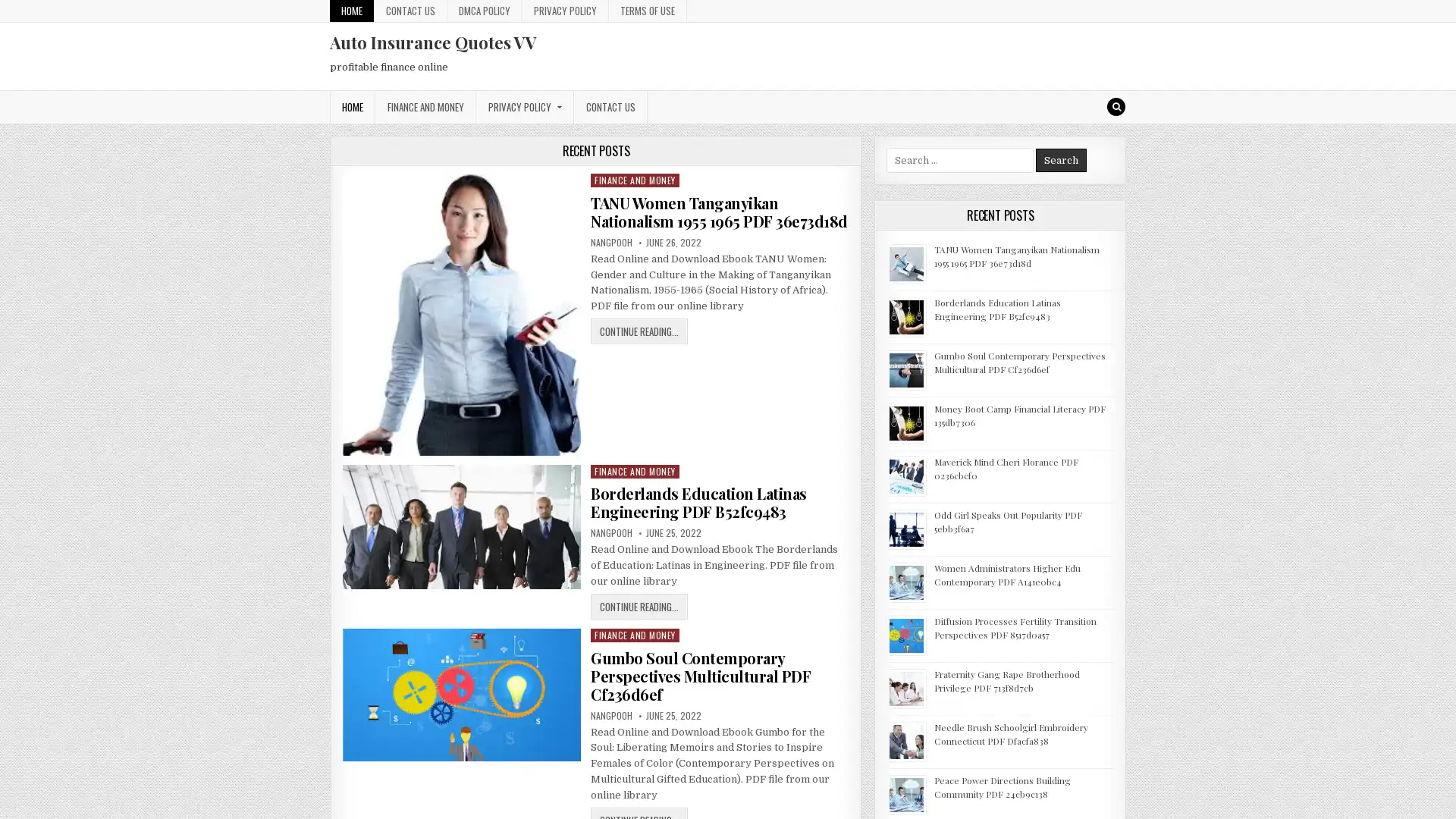 This screenshot has width=1456, height=819. I want to click on Search, so click(1060, 160).